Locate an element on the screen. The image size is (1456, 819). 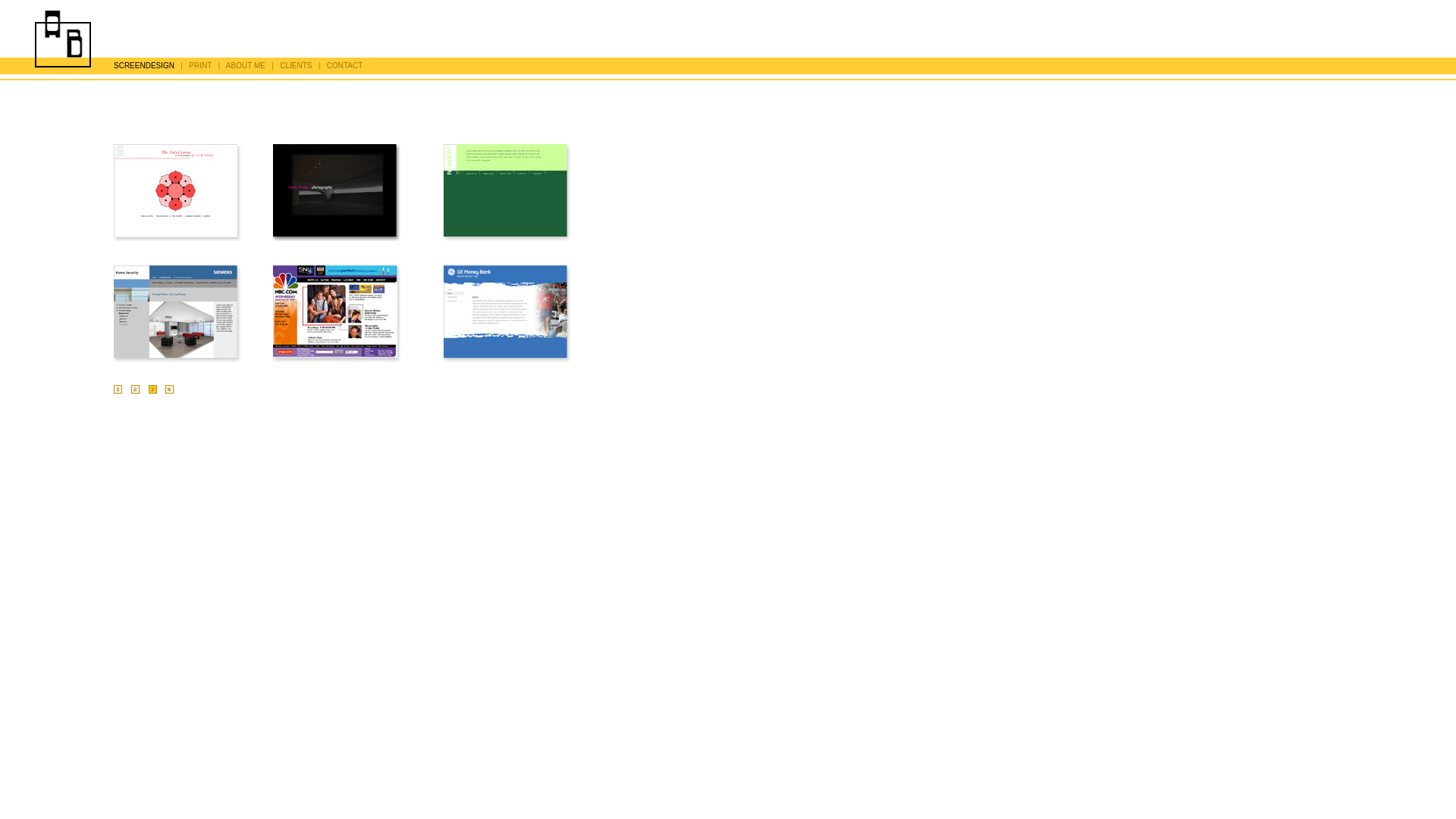
'PRINT' is located at coordinates (199, 64).